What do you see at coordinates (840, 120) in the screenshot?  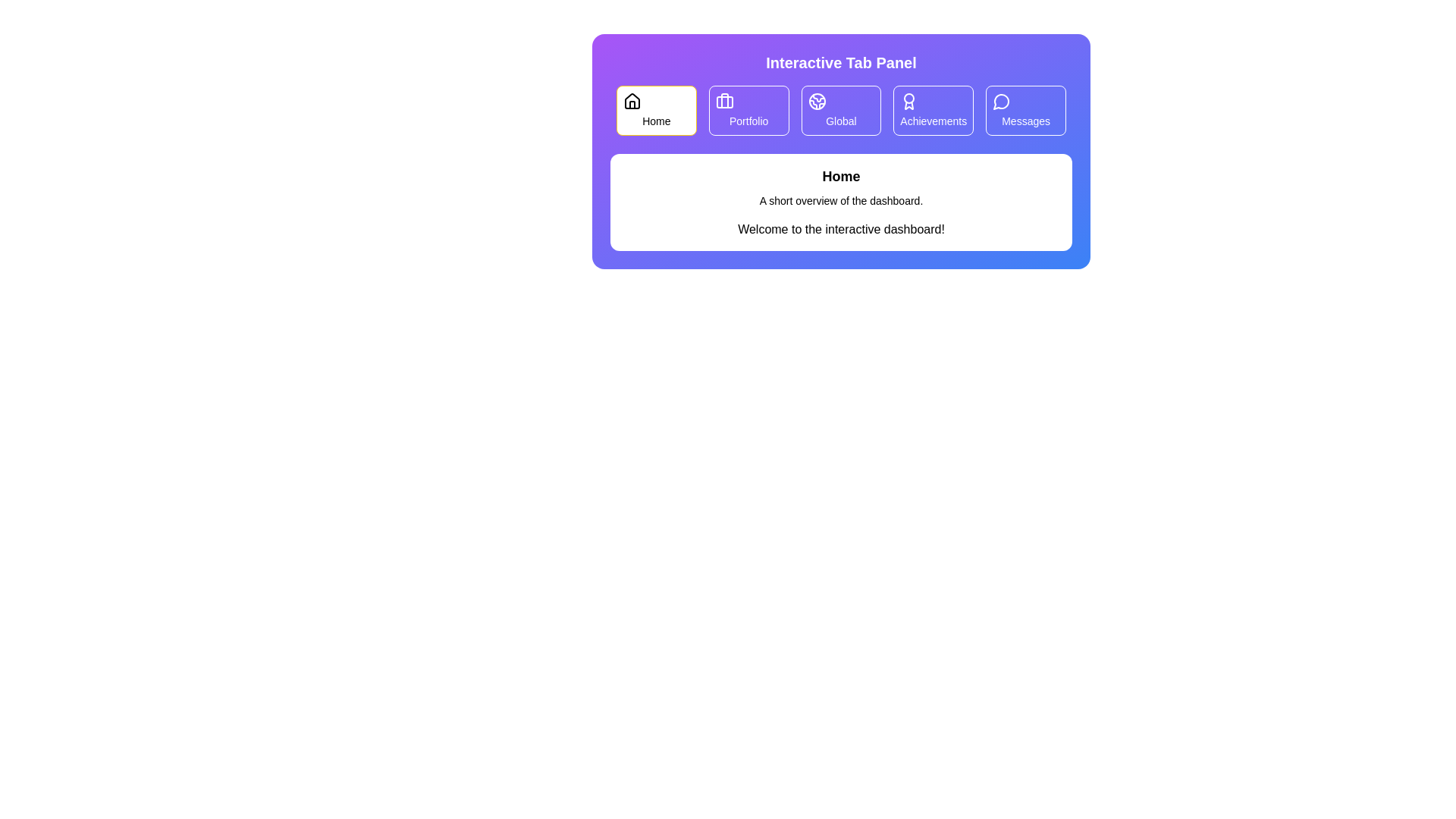 I see `the 'Global' tab label, which is the rightmost text within a purple button in the navigation bar, positioned between the 'Portfolio' and 'Achievements' buttons` at bounding box center [840, 120].